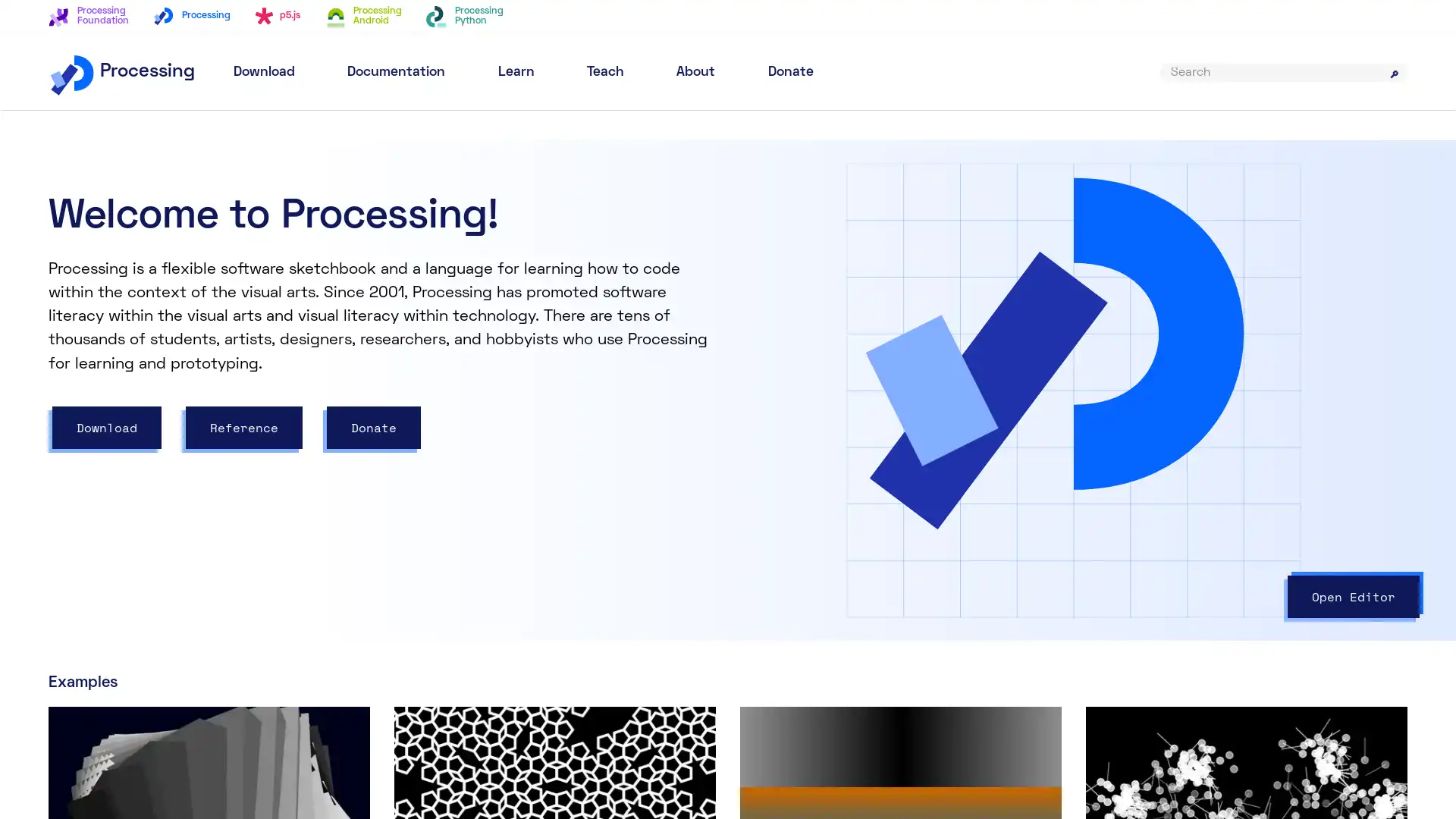  What do you see at coordinates (1014, 416) in the screenshot?
I see `change position` at bounding box center [1014, 416].